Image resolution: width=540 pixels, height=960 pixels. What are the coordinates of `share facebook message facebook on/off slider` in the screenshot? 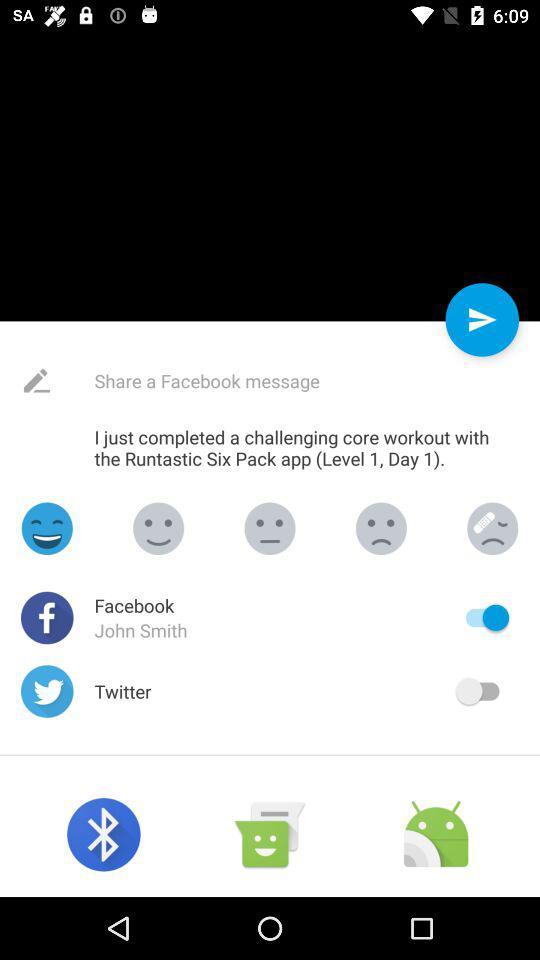 It's located at (481, 616).